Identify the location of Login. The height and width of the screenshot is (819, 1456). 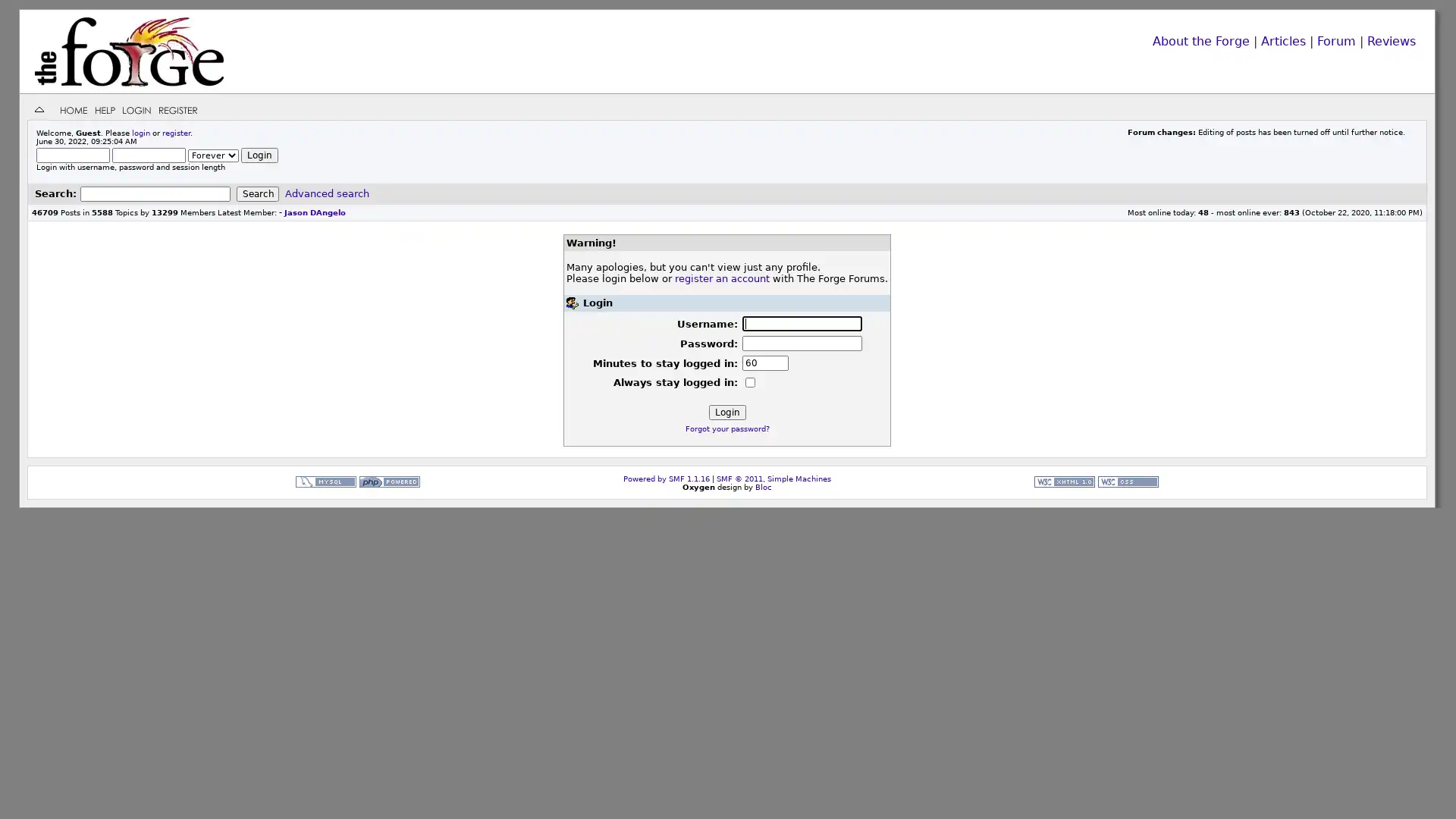
(726, 412).